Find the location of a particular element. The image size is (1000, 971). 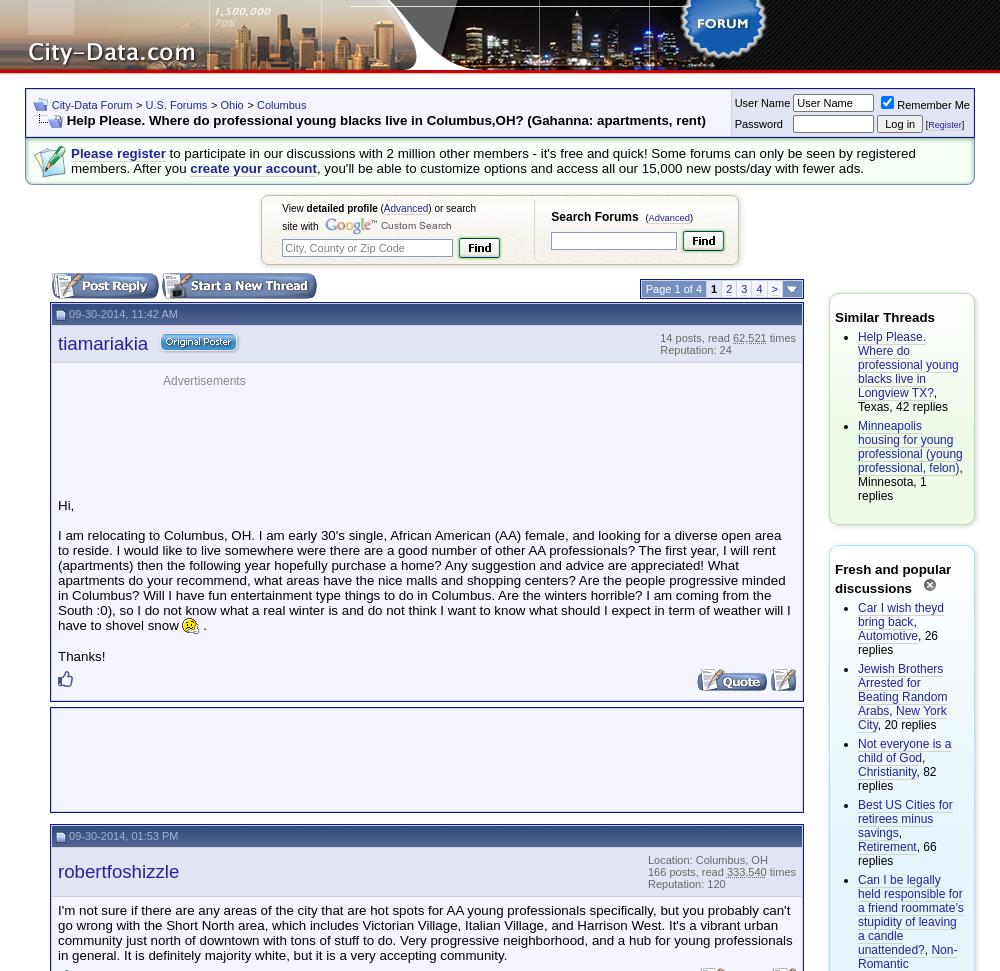

'Best US Cities for retirees minus savings' is located at coordinates (905, 818).